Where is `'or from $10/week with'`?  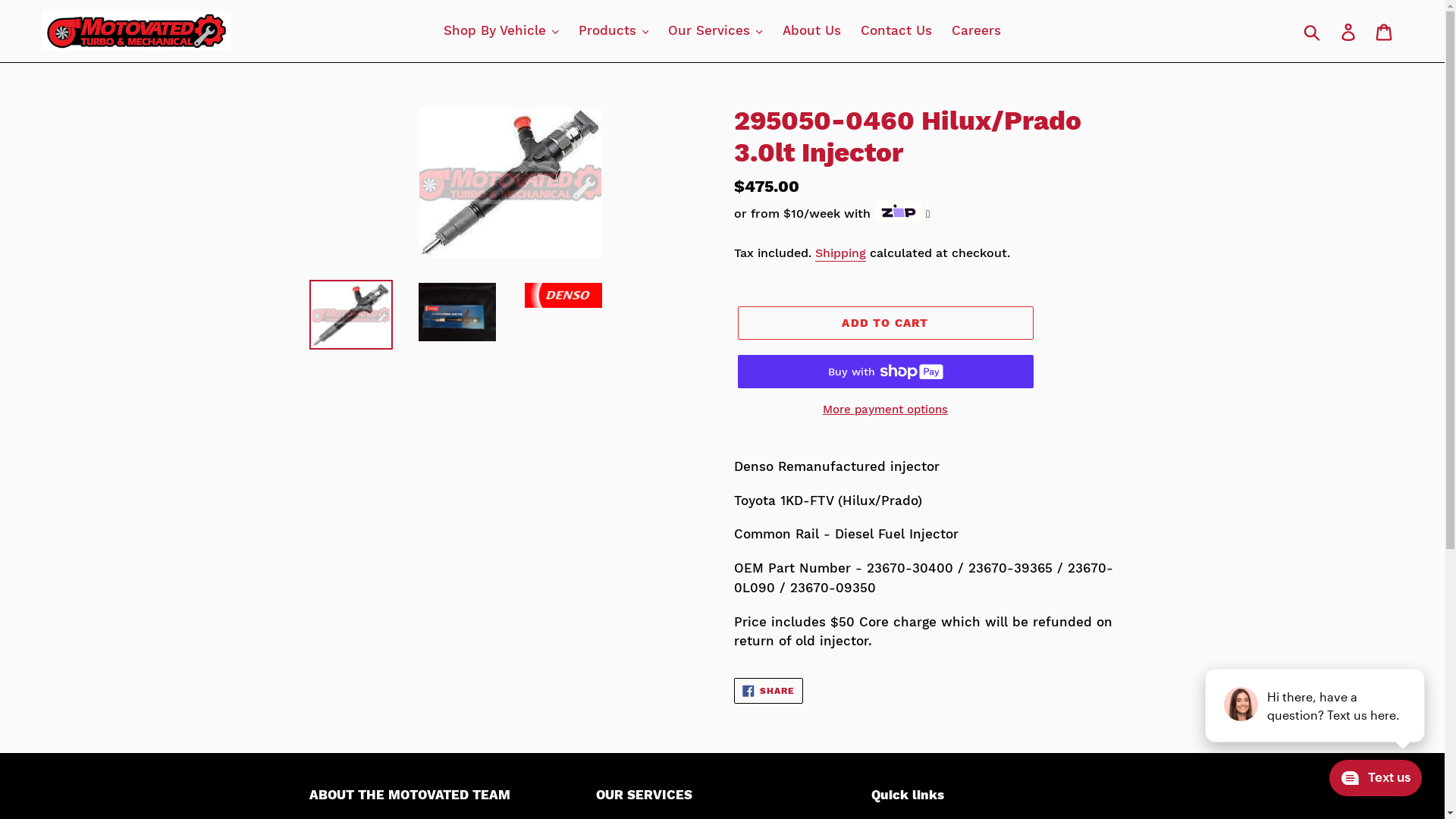
'or from $10/week with' is located at coordinates (831, 214).